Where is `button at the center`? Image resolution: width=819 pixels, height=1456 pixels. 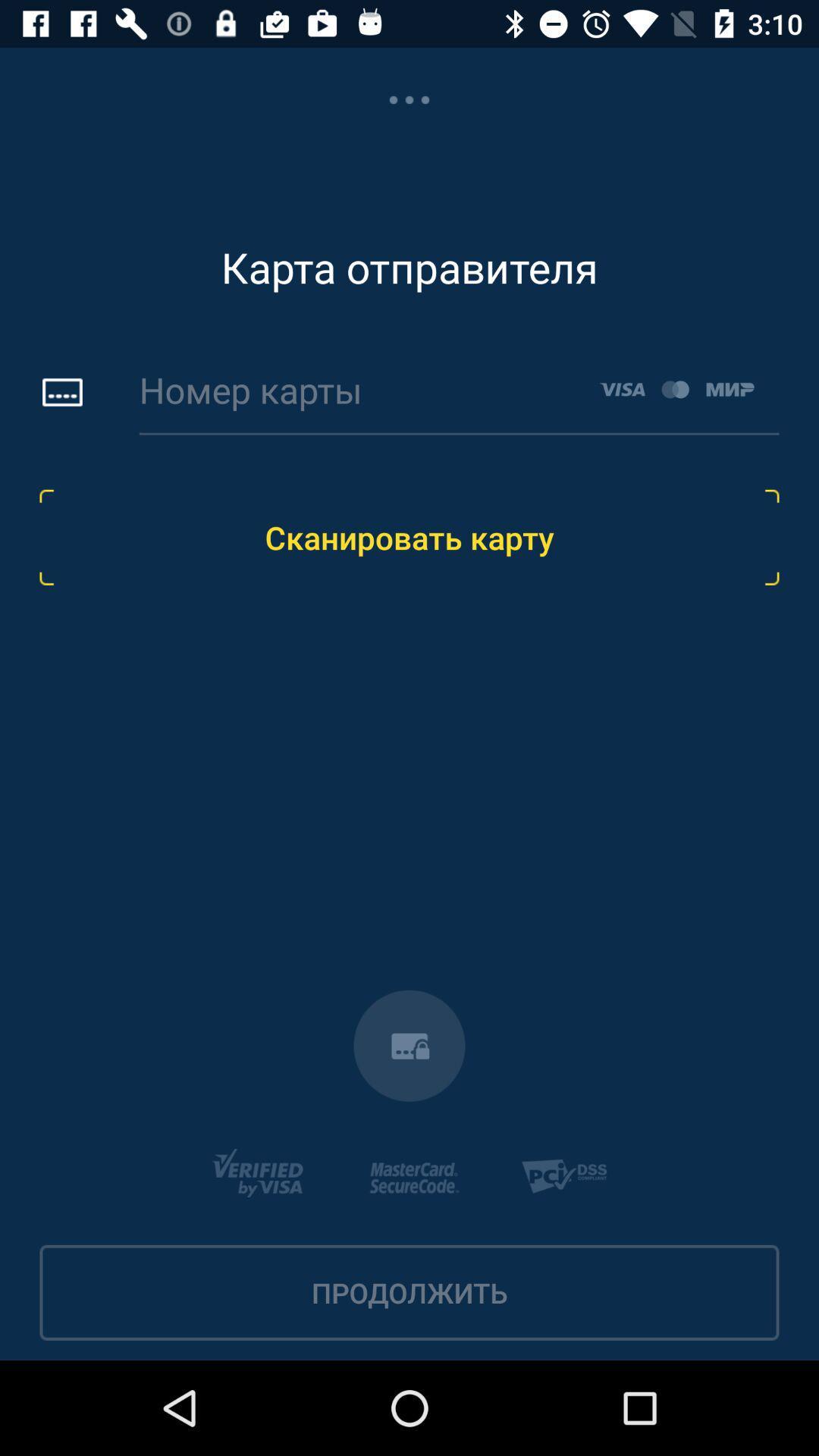
button at the center is located at coordinates (409, 537).